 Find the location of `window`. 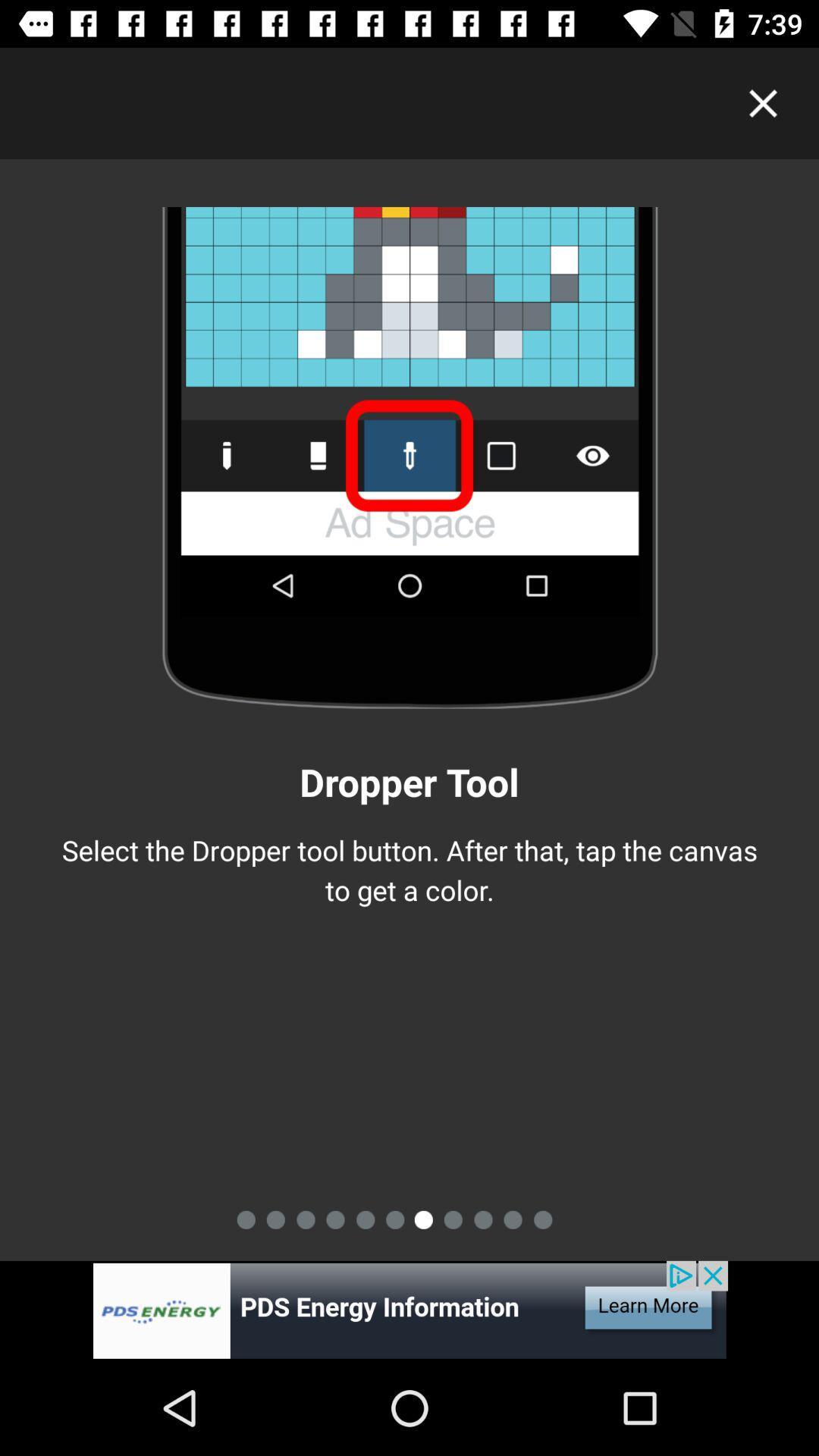

window is located at coordinates (763, 102).